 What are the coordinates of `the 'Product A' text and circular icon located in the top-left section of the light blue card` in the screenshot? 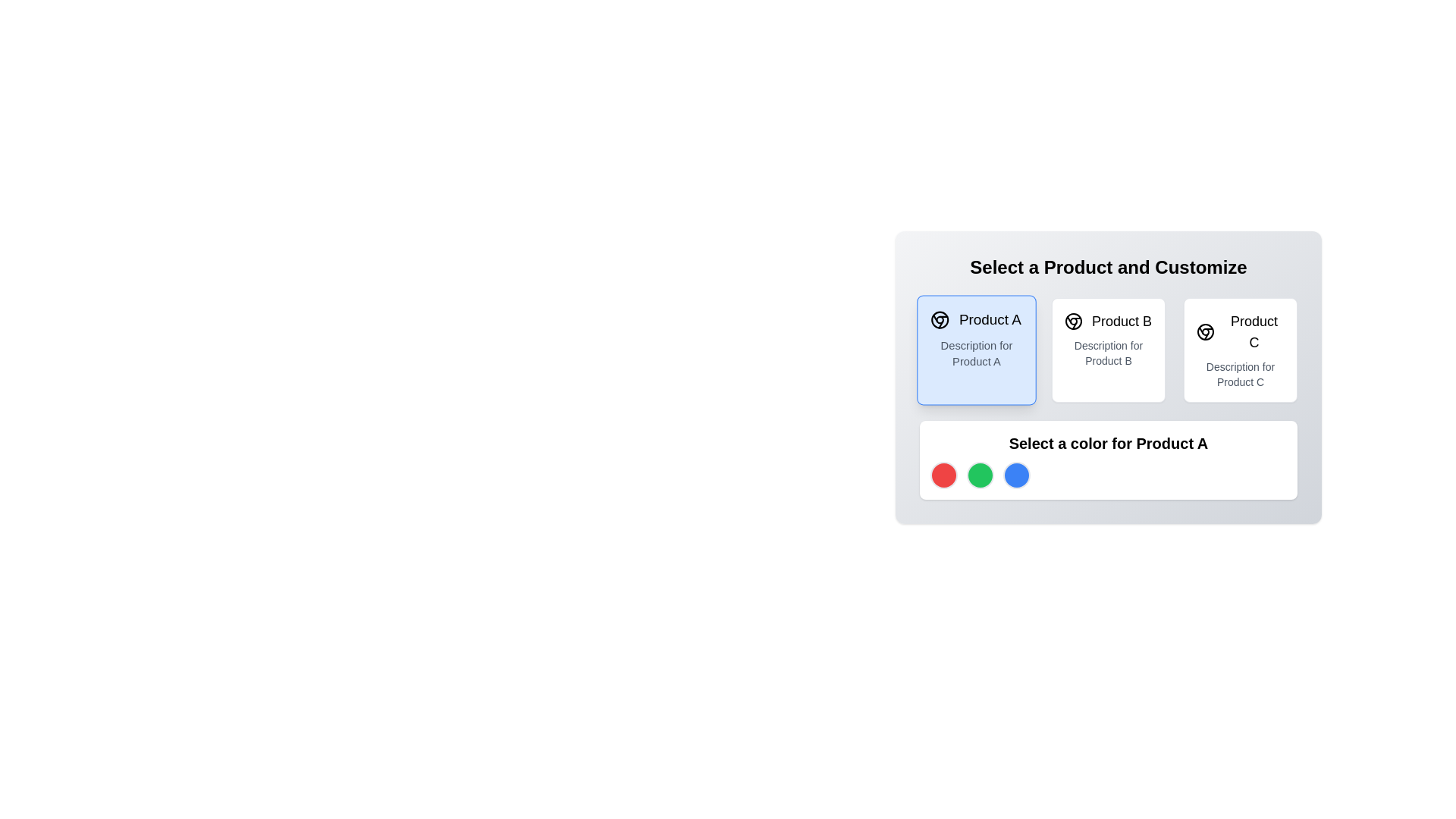 It's located at (976, 318).